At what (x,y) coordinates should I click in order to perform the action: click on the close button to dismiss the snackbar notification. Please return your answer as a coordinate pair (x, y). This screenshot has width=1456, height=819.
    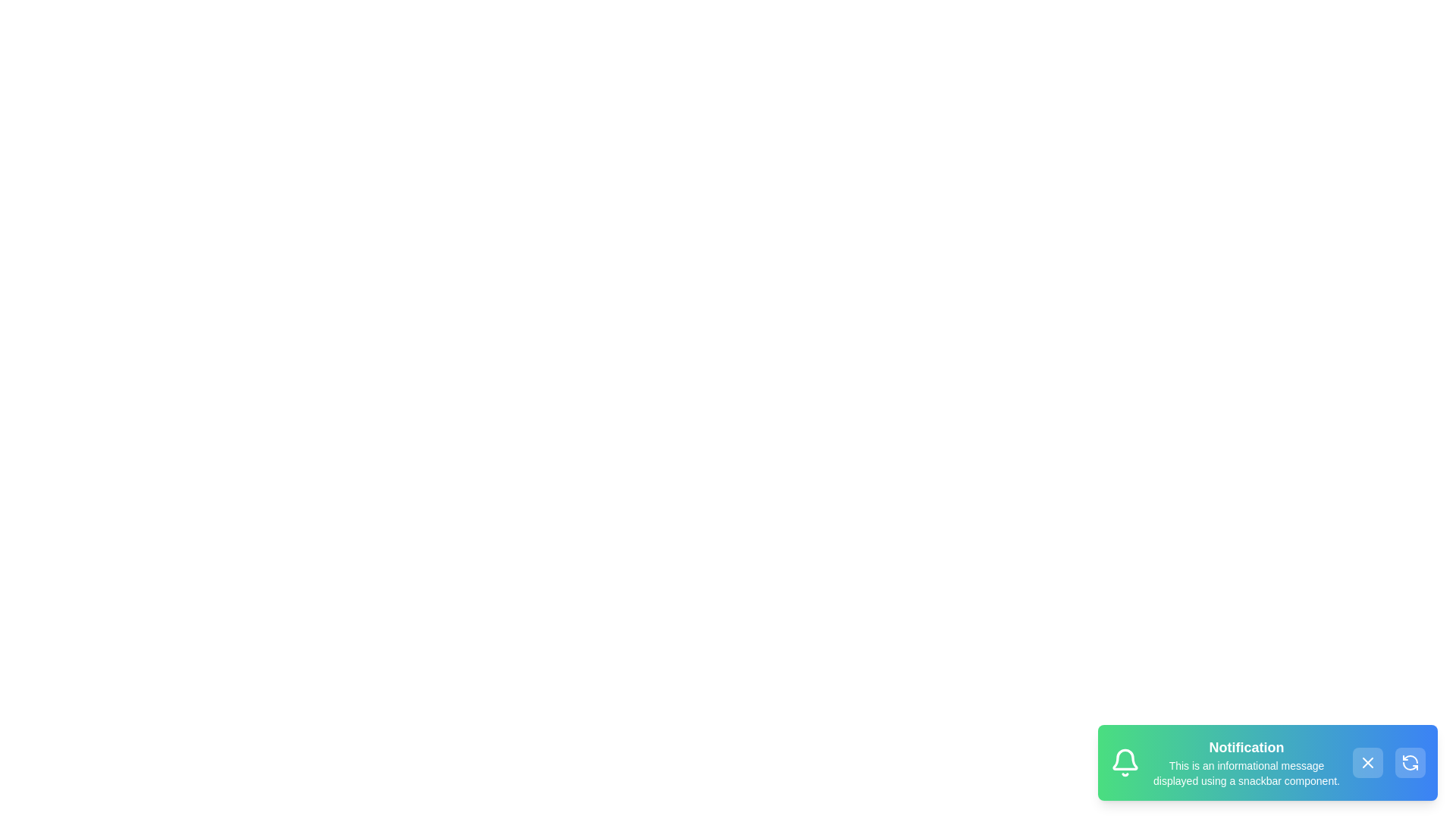
    Looking at the image, I should click on (1368, 763).